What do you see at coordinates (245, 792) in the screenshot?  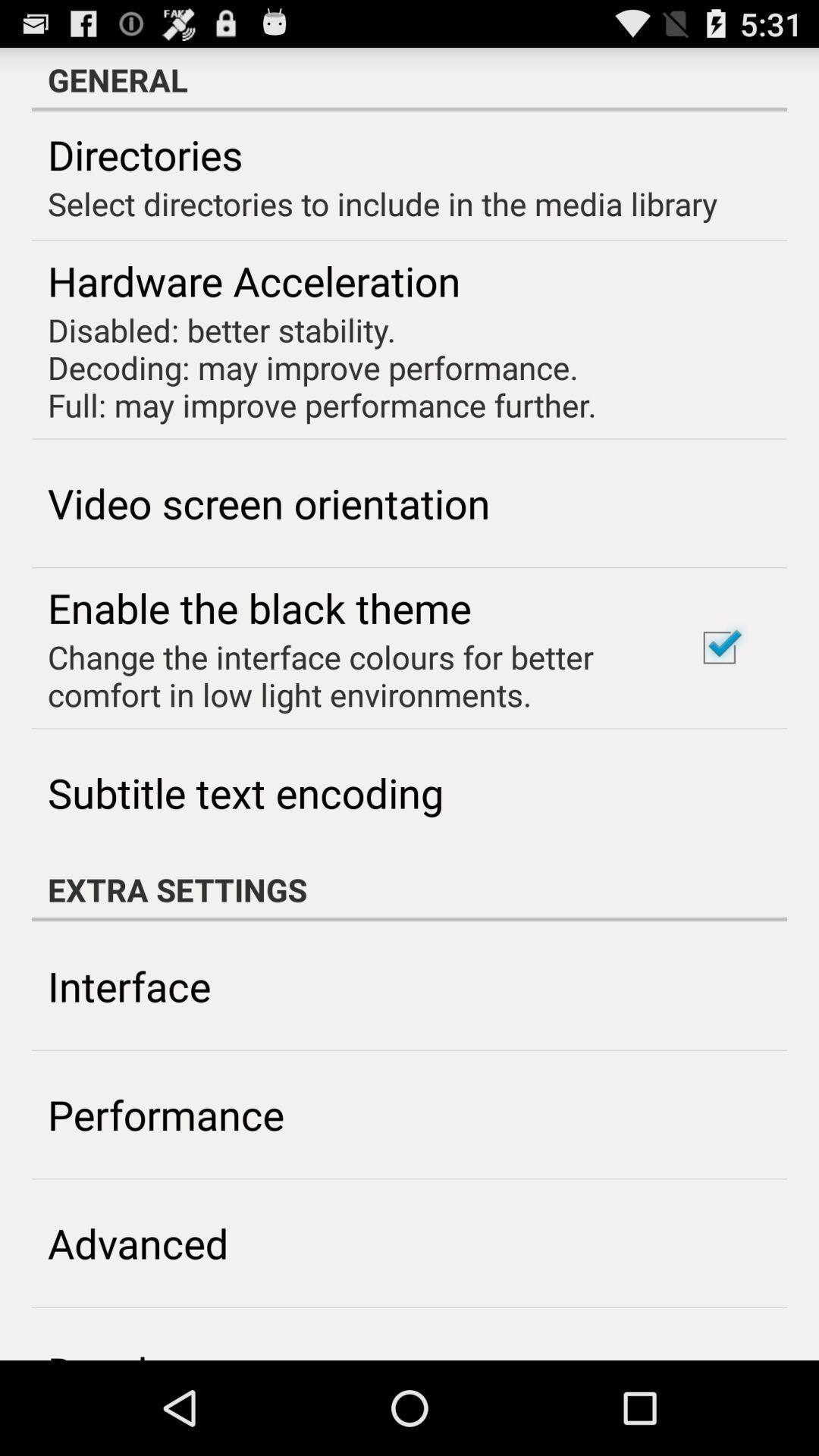 I see `the subtitle text encoding item` at bounding box center [245, 792].